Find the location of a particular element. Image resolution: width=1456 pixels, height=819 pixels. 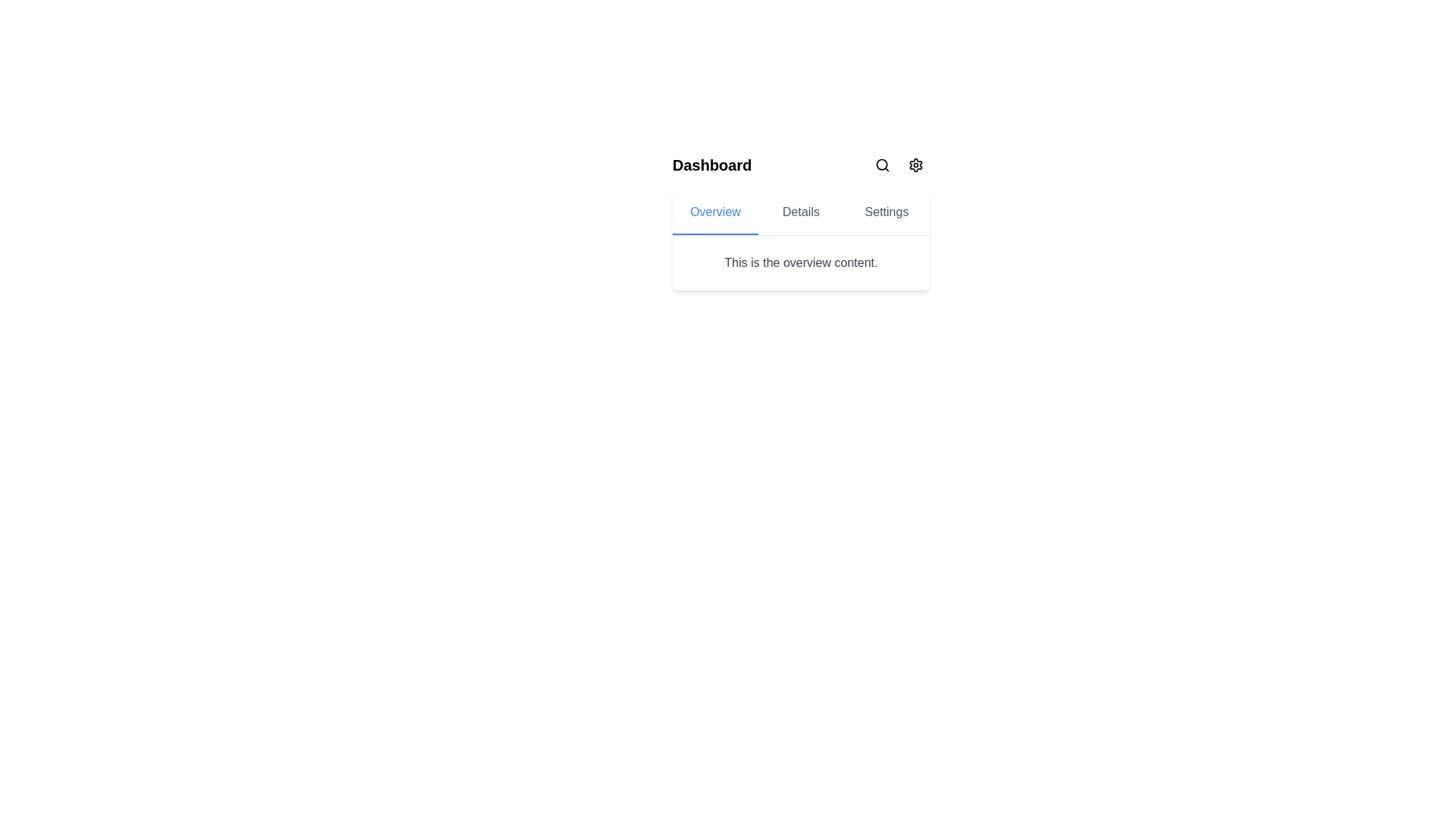

the 'Settings' tab in the navigation bar is located at coordinates (886, 213).